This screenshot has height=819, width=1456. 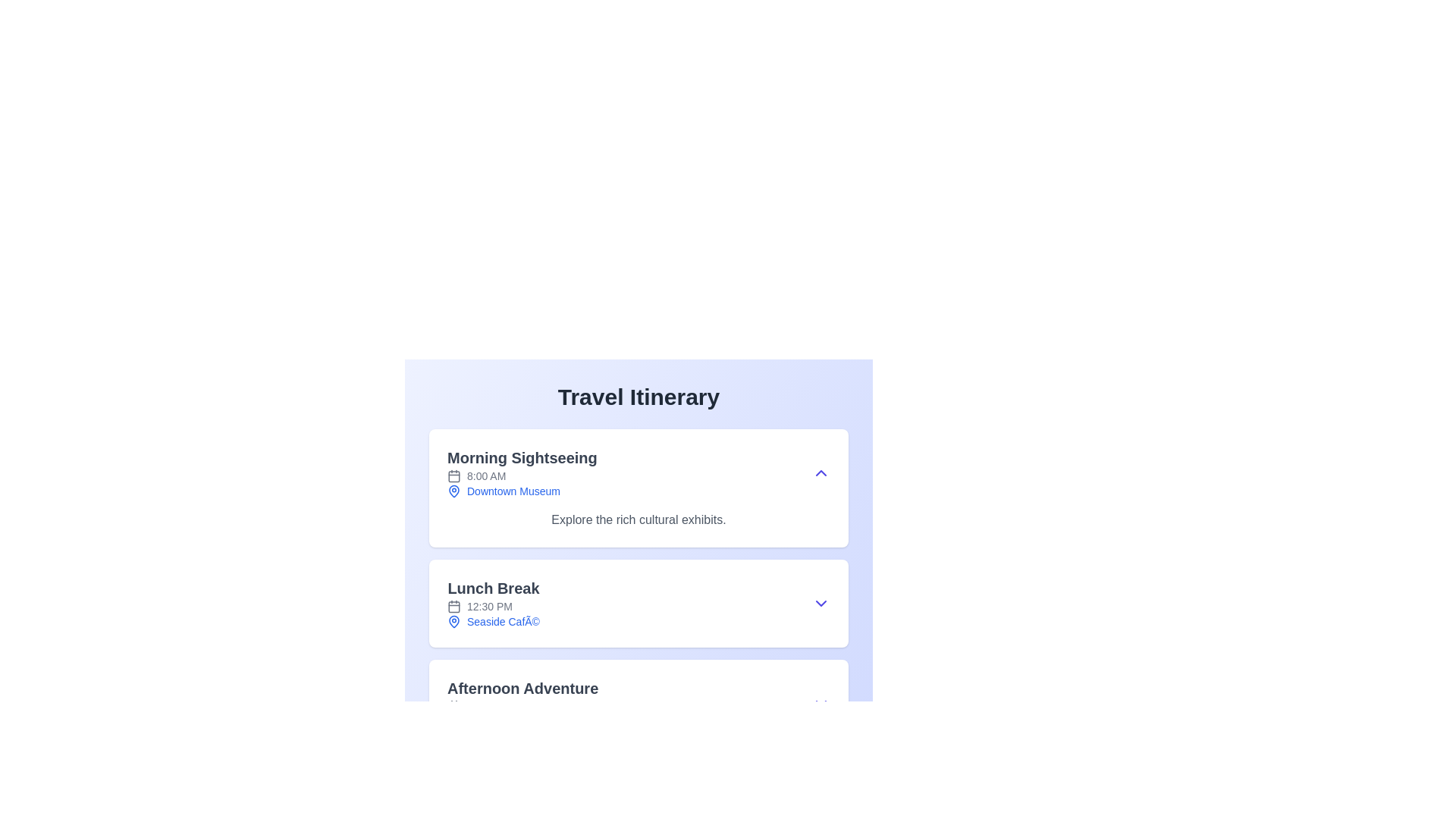 What do you see at coordinates (453, 491) in the screenshot?
I see `the icon that indicates a location related to the text label 'Downtown Museum', which is the leftmost component in a horizontal group of elements` at bounding box center [453, 491].